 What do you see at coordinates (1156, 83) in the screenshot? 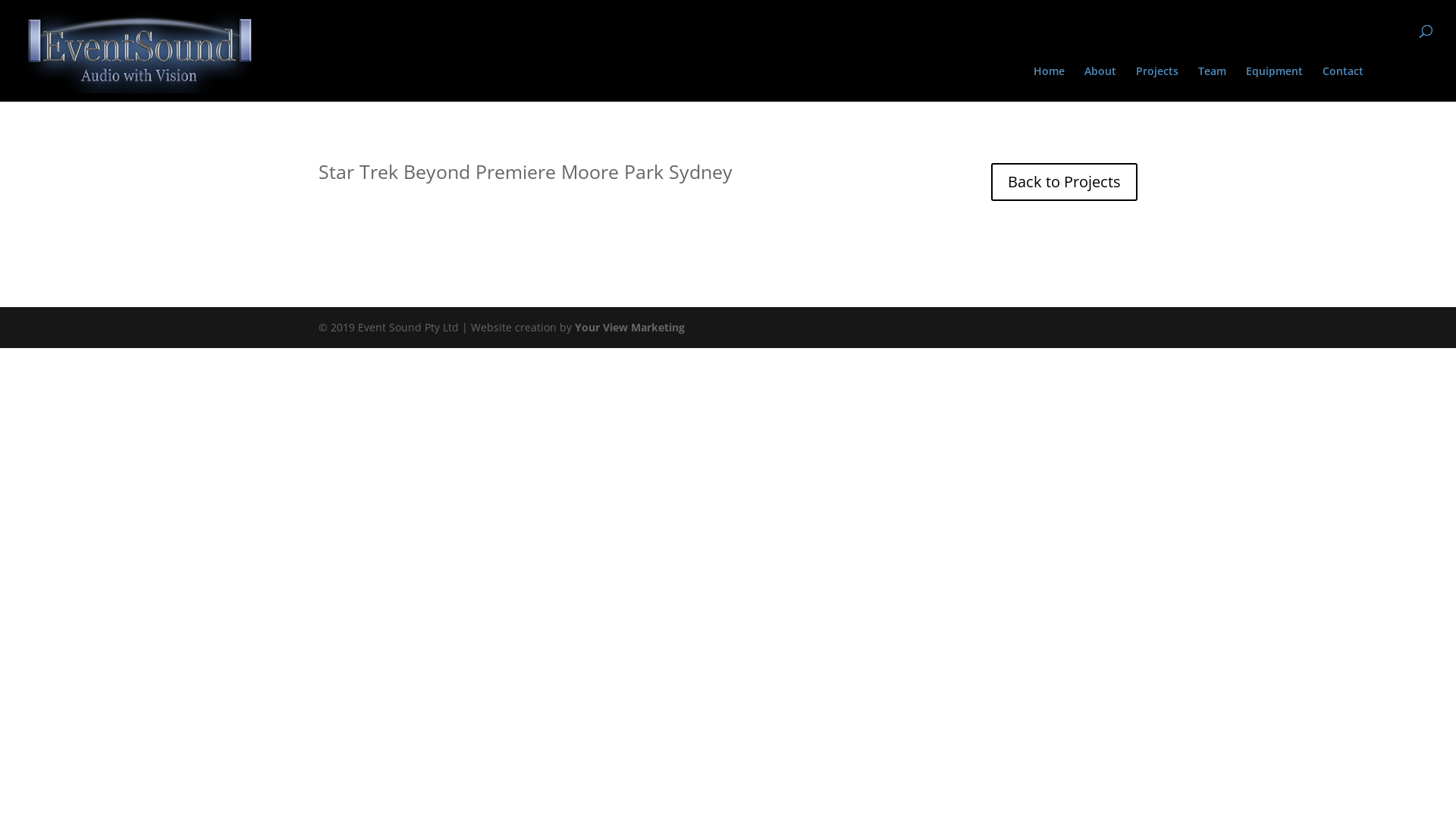
I see `'Projects'` at bounding box center [1156, 83].